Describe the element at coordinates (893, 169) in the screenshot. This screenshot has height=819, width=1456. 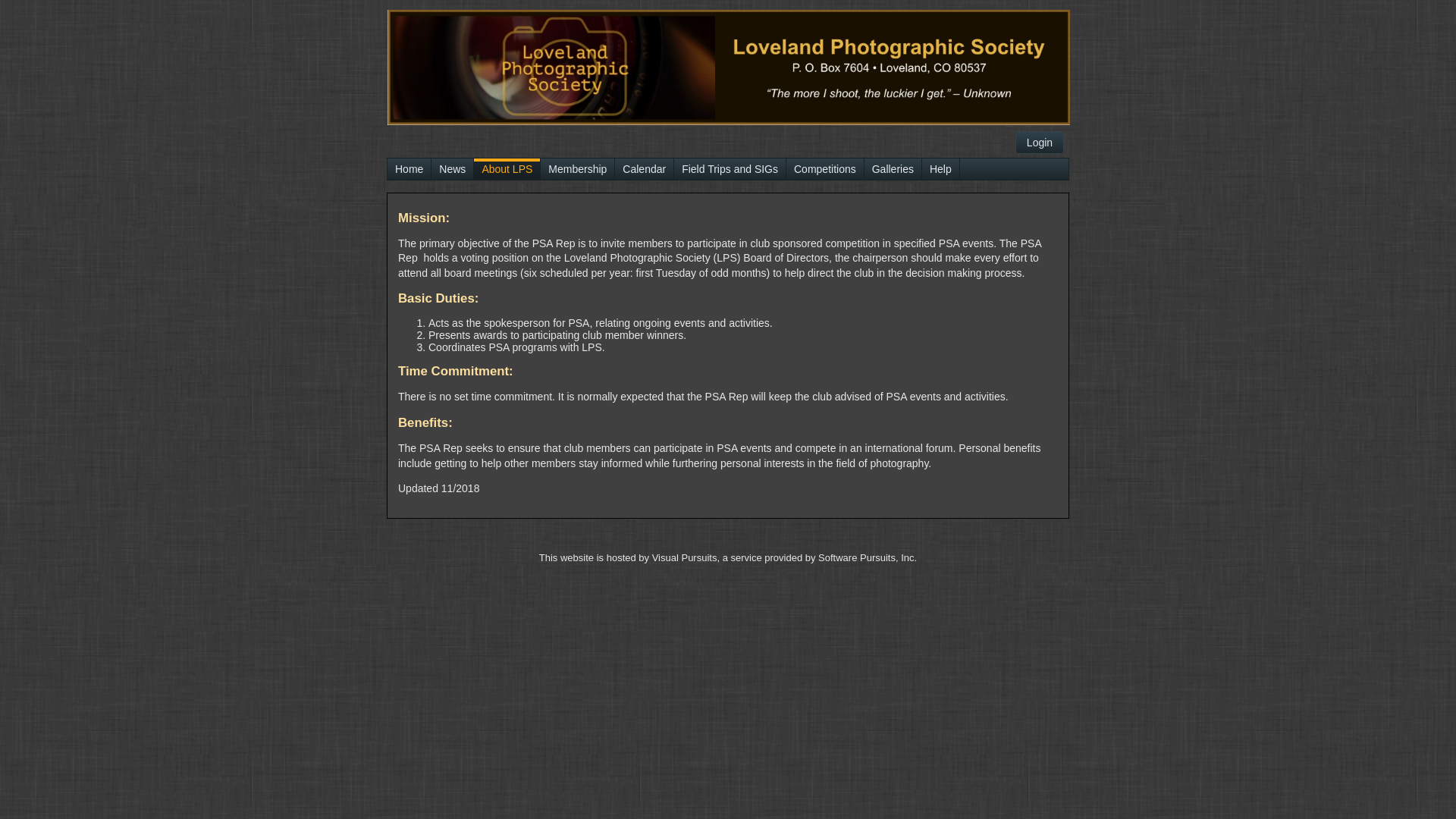
I see `'Galleries'` at that location.